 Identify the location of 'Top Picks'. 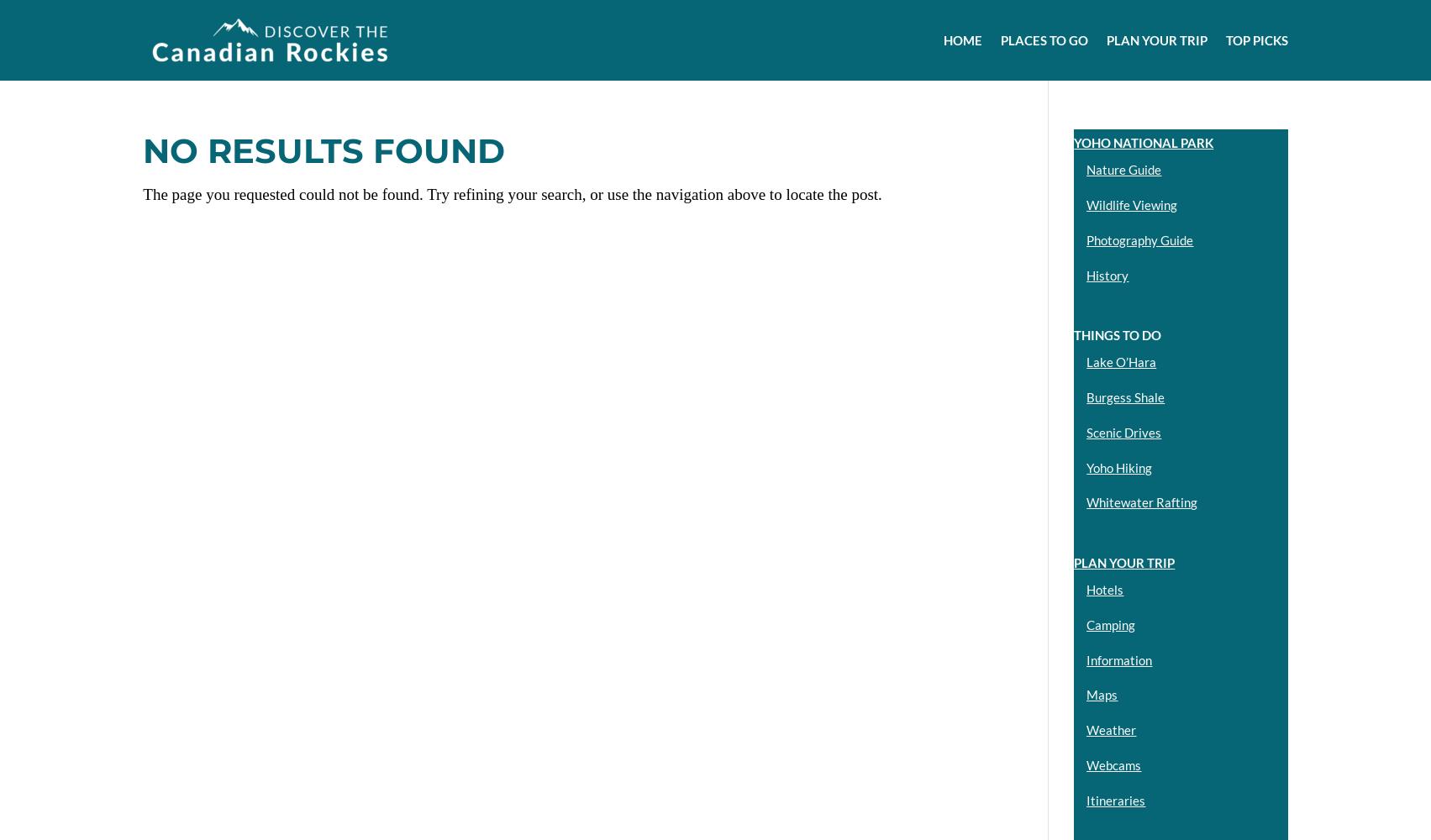
(1256, 40).